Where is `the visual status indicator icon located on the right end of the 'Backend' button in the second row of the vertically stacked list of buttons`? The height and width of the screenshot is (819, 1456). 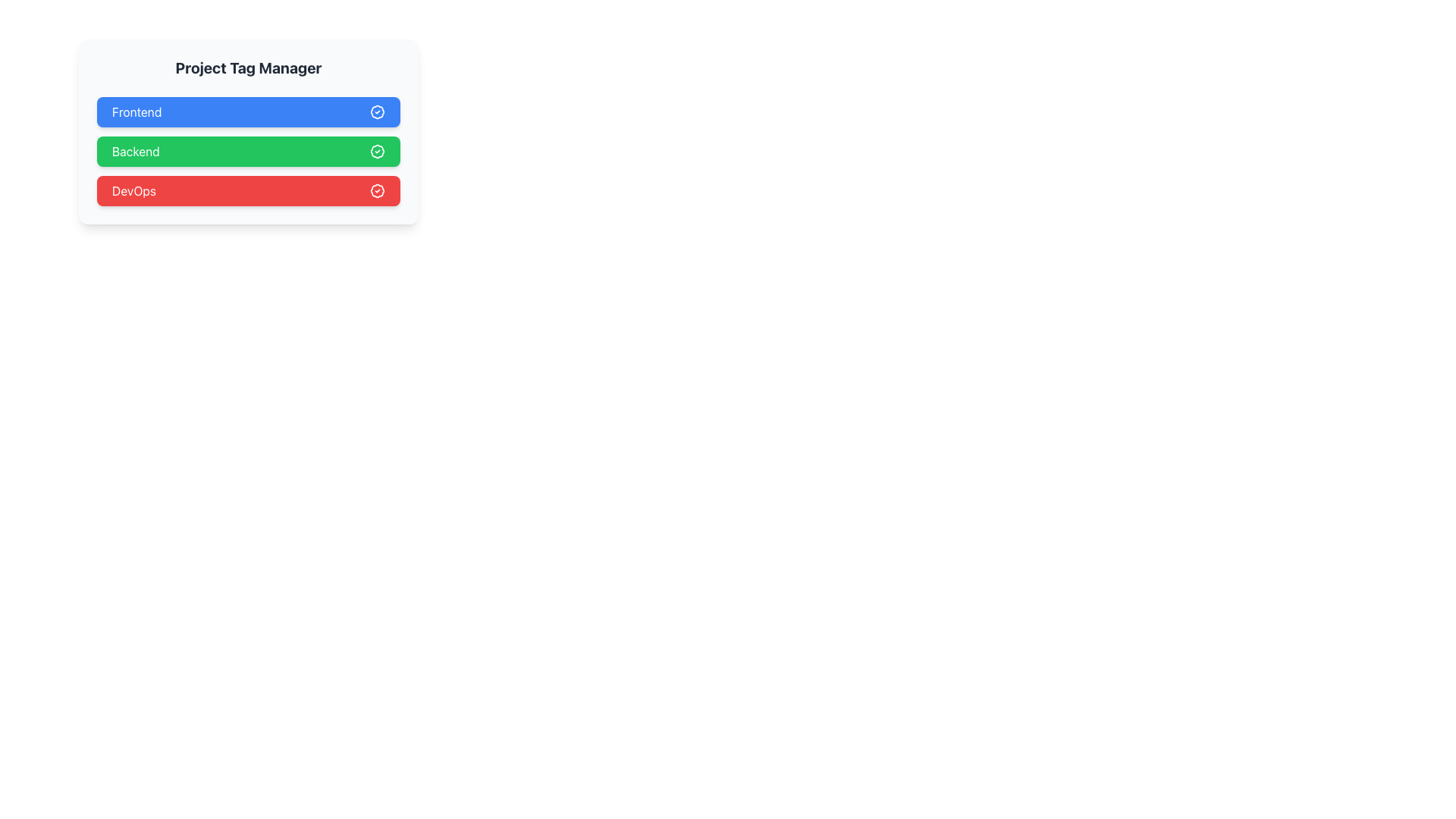
the visual status indicator icon located on the right end of the 'Backend' button in the second row of the vertically stacked list of buttons is located at coordinates (378, 152).